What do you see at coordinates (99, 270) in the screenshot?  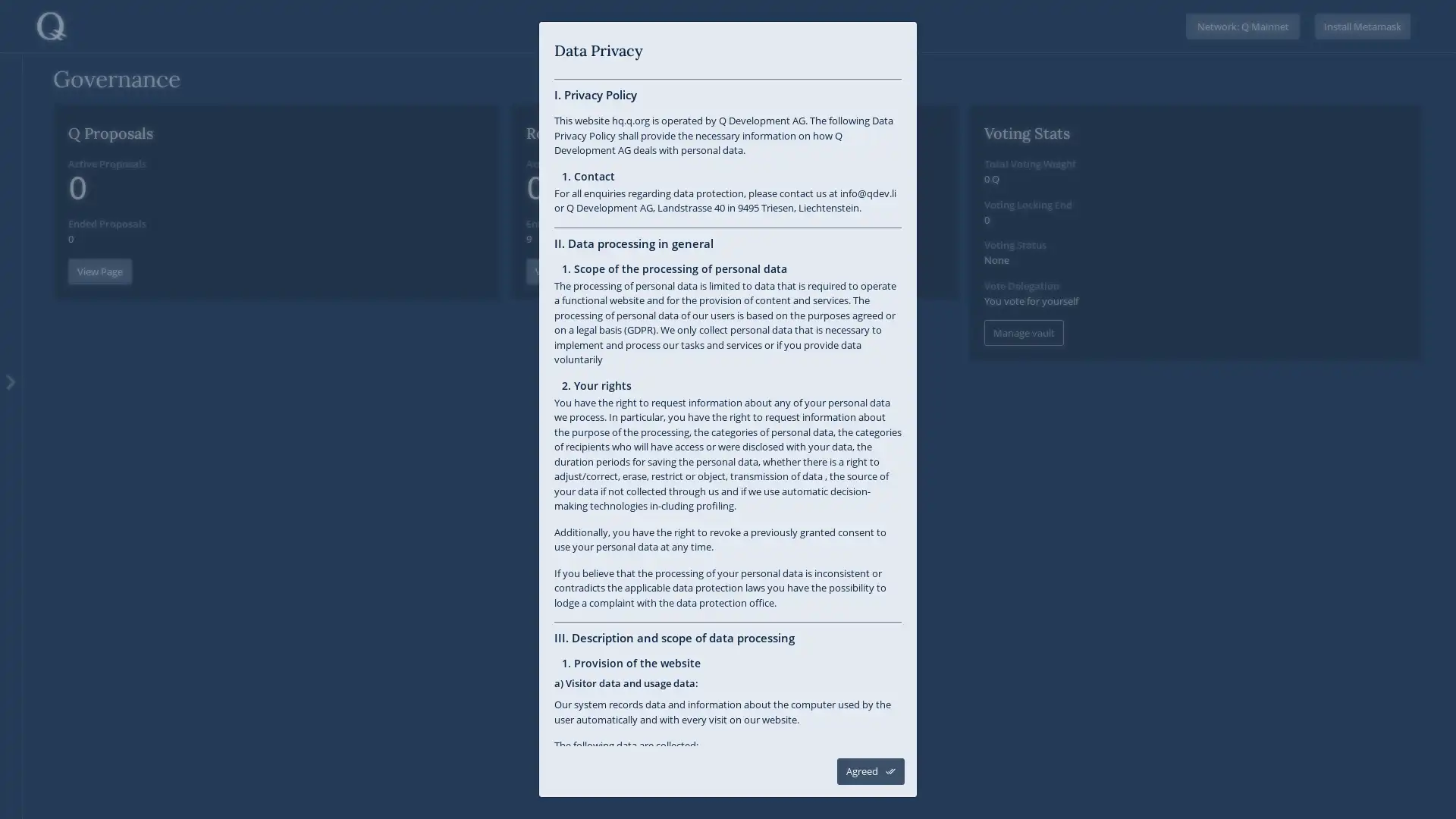 I see `View Page` at bounding box center [99, 270].